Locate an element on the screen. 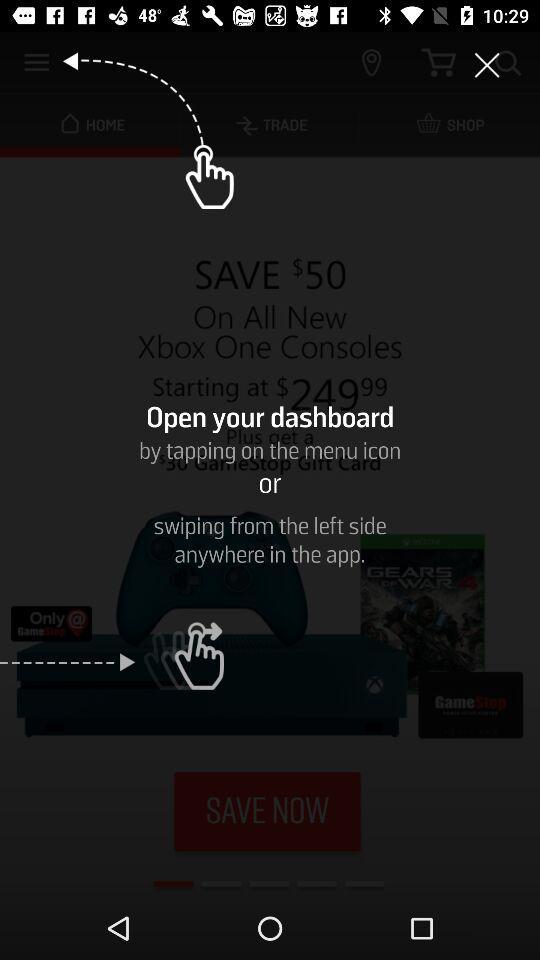  the close icon is located at coordinates (486, 65).